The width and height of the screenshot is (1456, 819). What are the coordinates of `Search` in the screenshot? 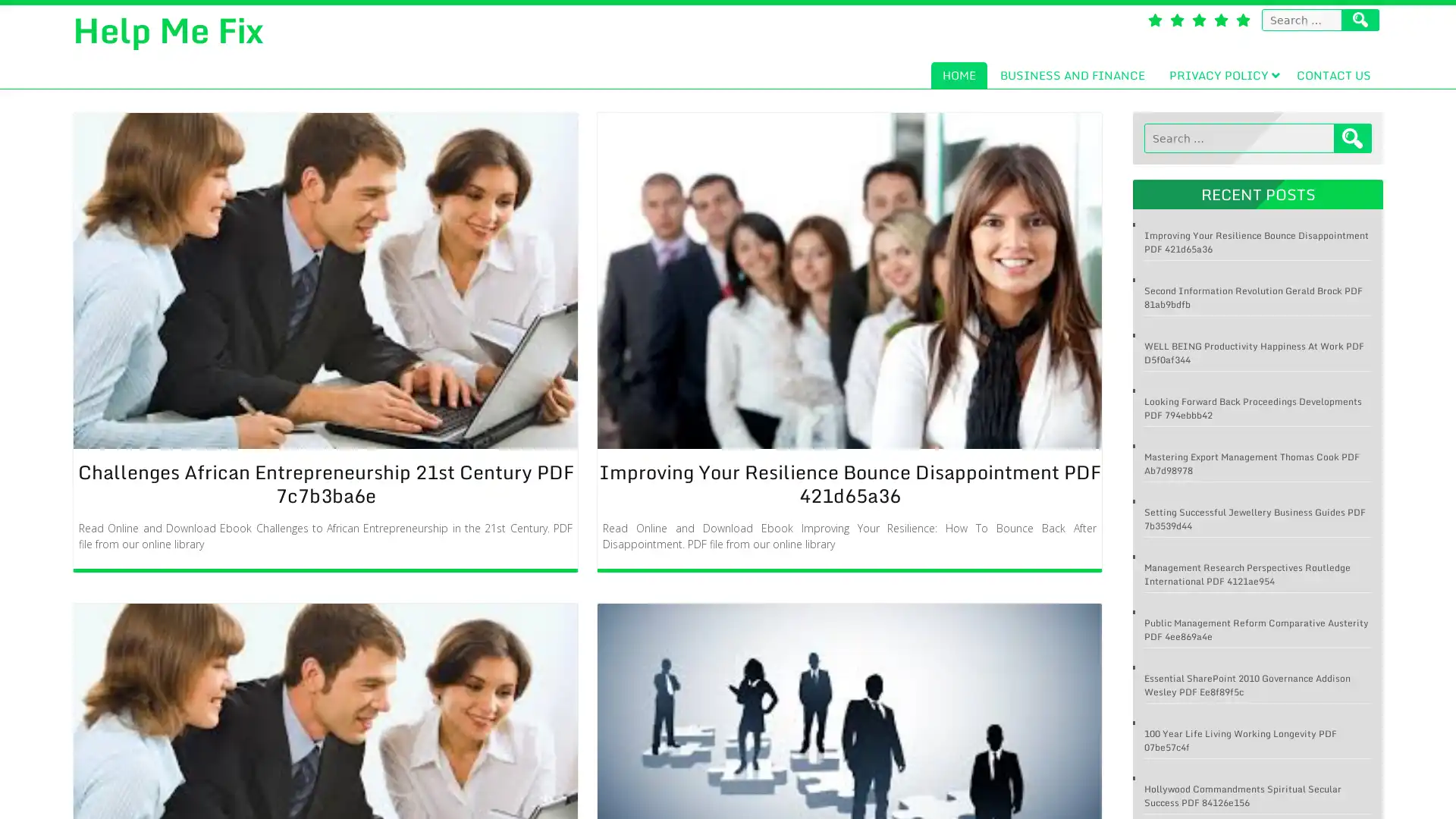 It's located at (1360, 20).